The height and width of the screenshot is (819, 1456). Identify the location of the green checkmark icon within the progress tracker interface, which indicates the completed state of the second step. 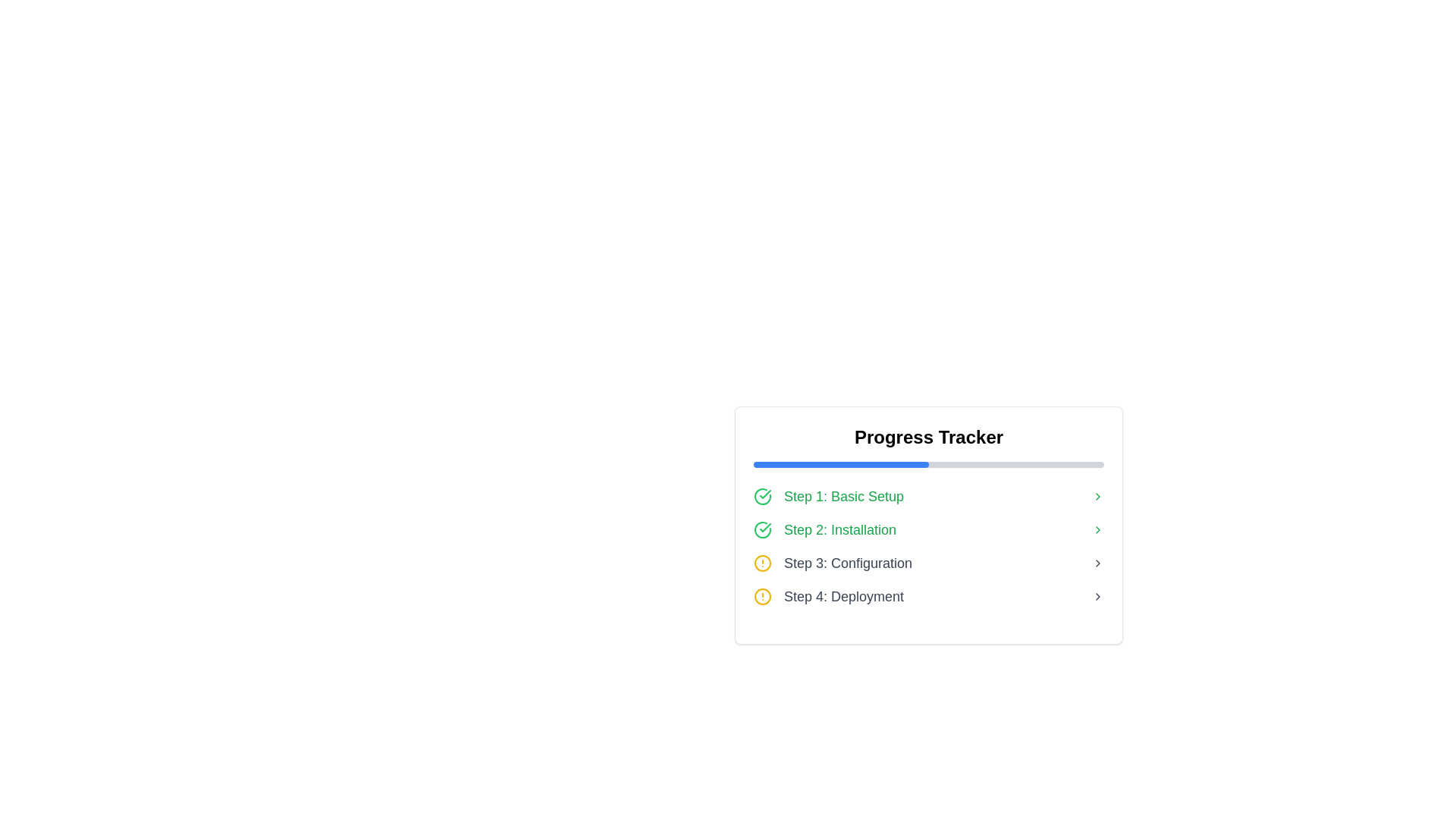
(765, 526).